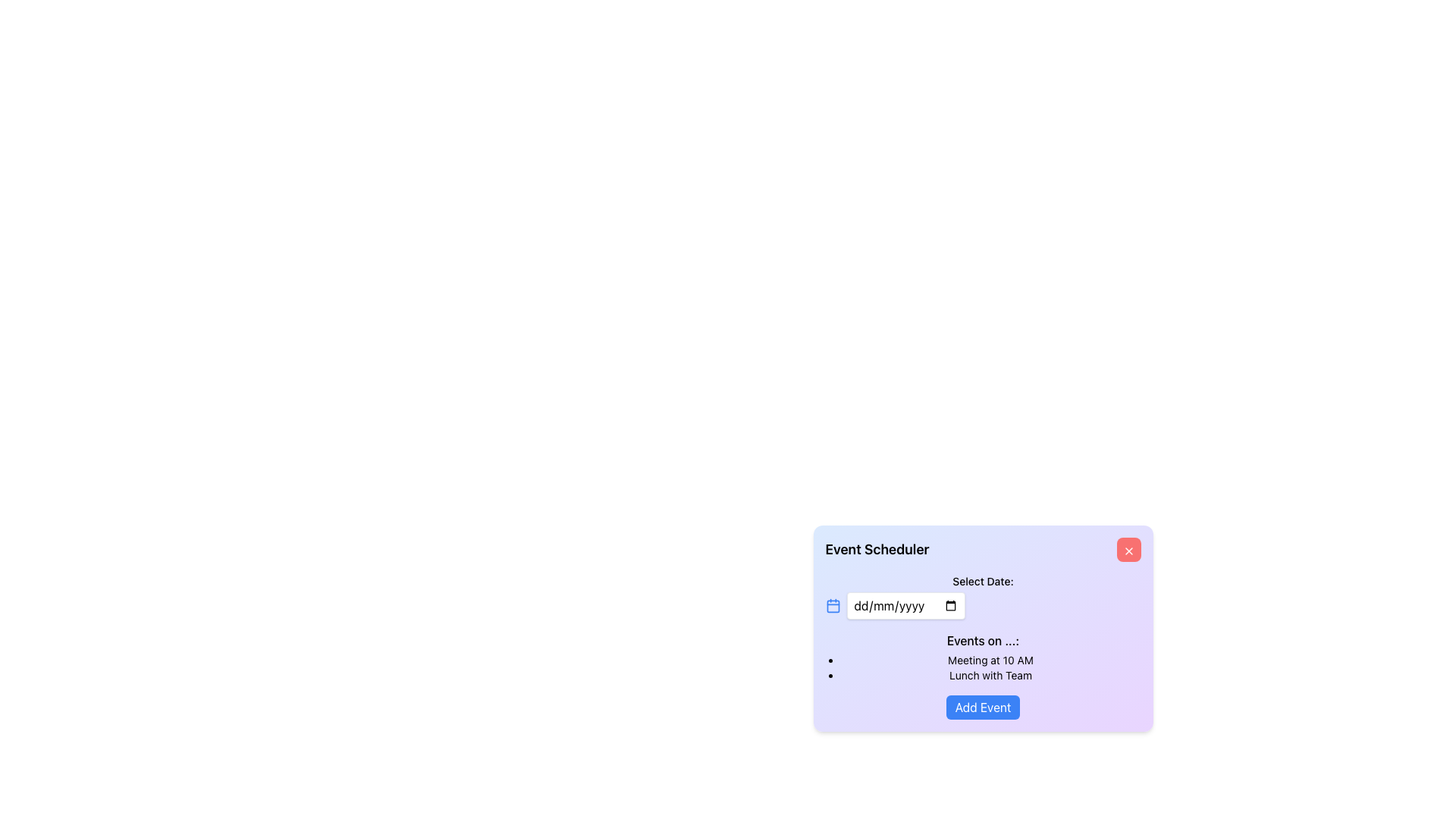  What do you see at coordinates (832, 605) in the screenshot?
I see `the bottom right portion of the calendar icon, which is positioned to the left of the date text input` at bounding box center [832, 605].